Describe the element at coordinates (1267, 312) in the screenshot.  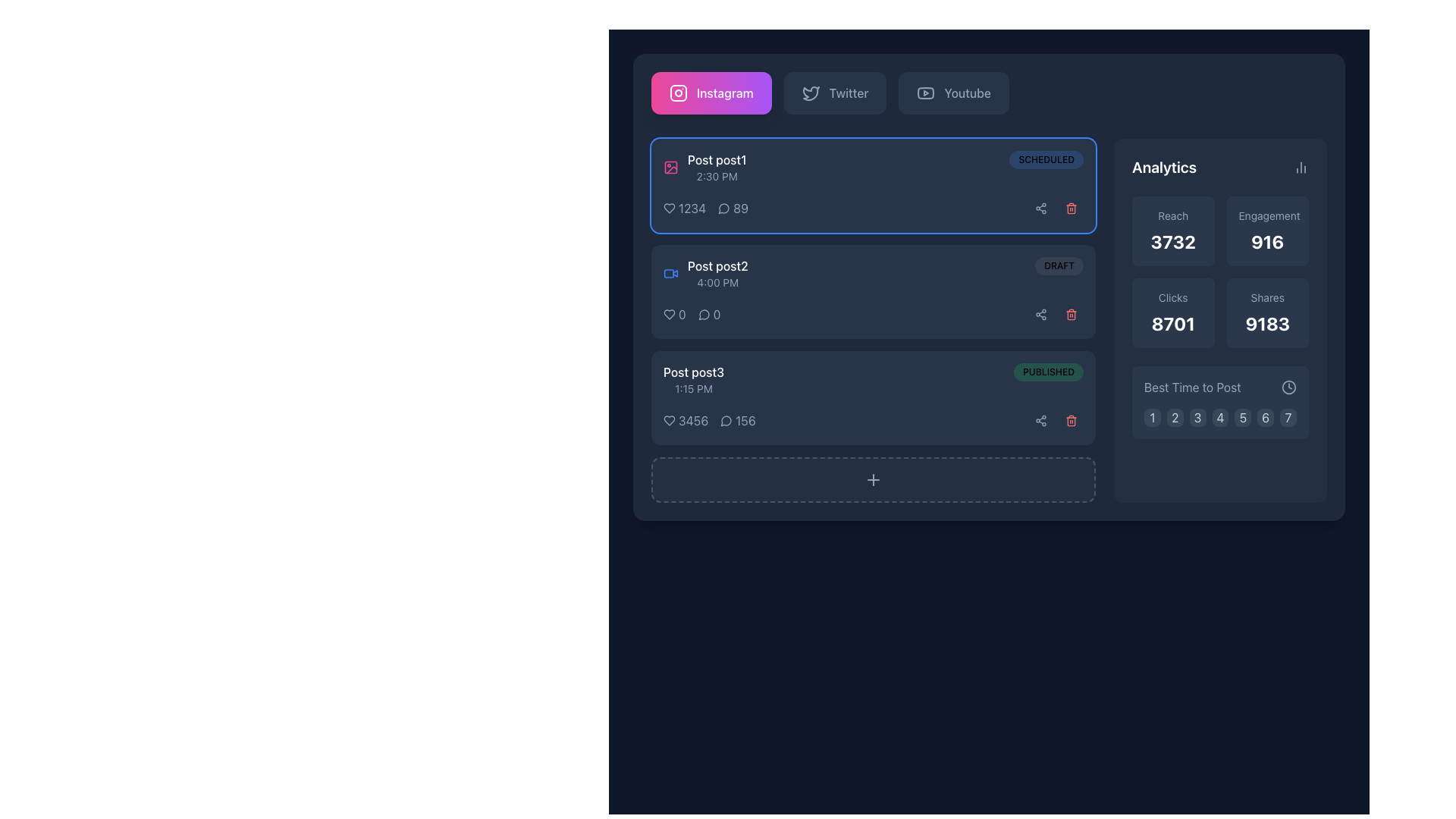
I see `content displayed on the Data display card labeled 'Shares', which shows the value '9183' in a bold font` at that location.